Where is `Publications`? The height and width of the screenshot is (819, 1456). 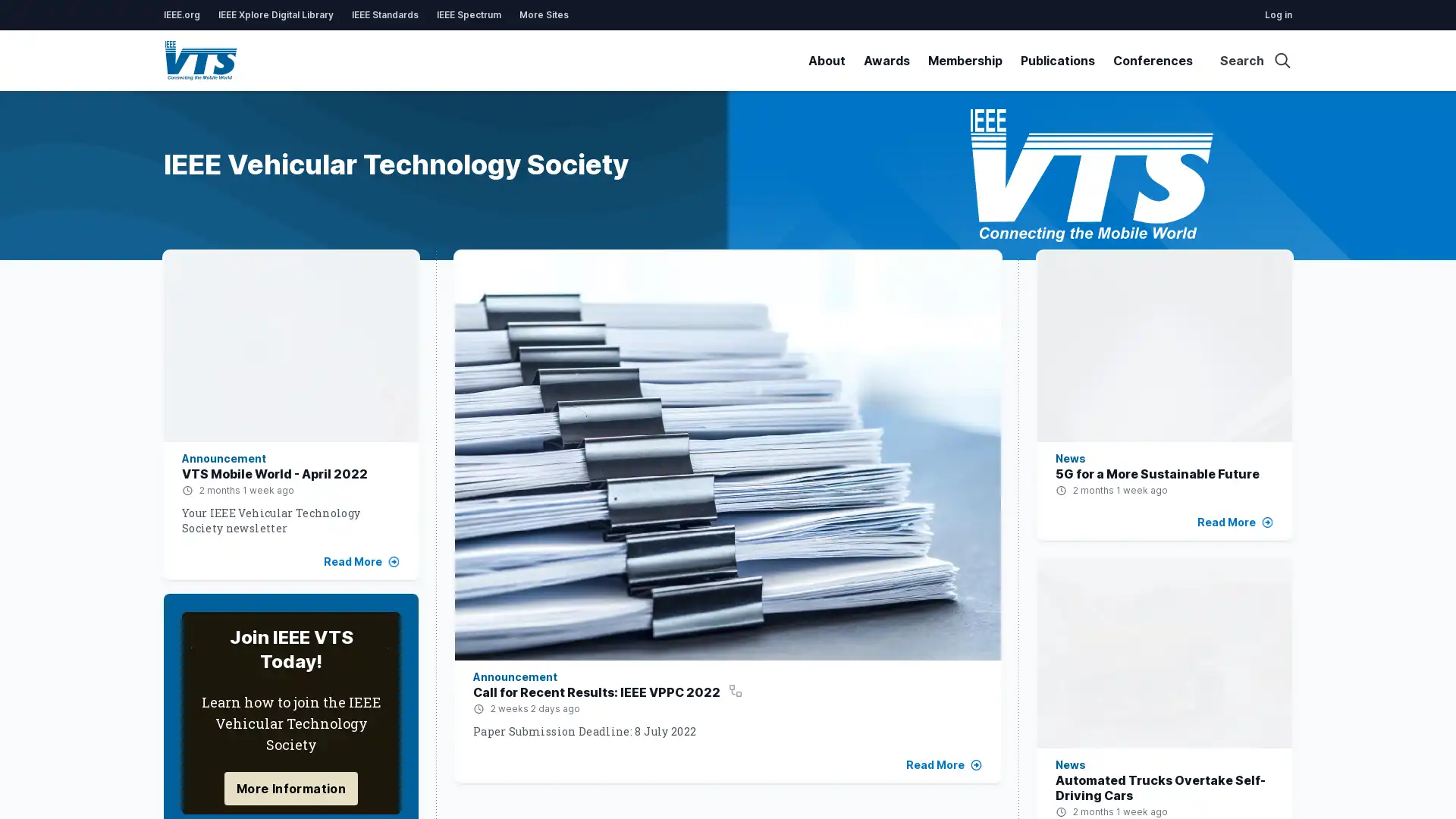
Publications is located at coordinates (1057, 60).